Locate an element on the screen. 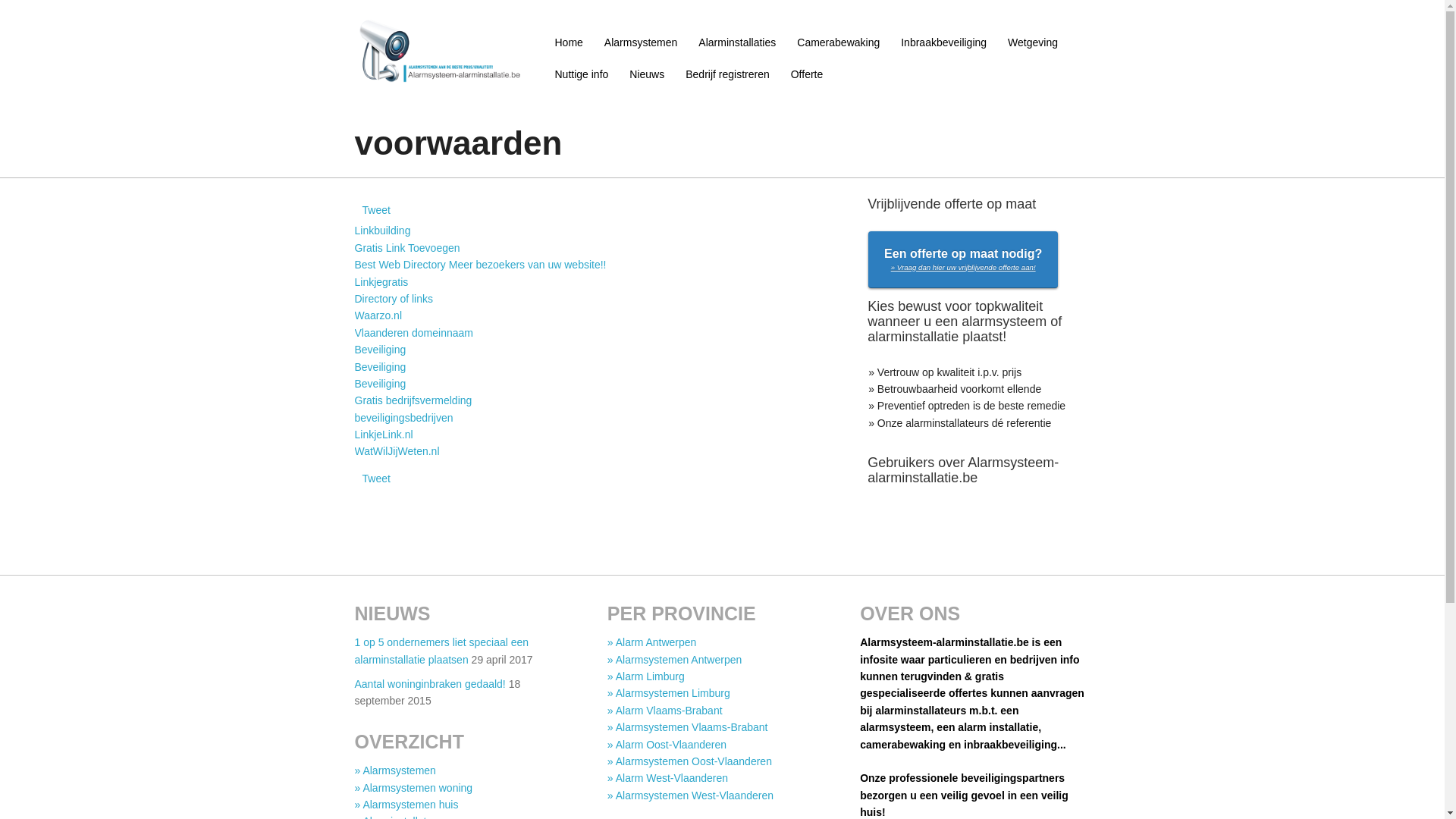 Image resolution: width=1456 pixels, height=819 pixels. 'Gratis bedrijfsvermelding' is located at coordinates (413, 400).